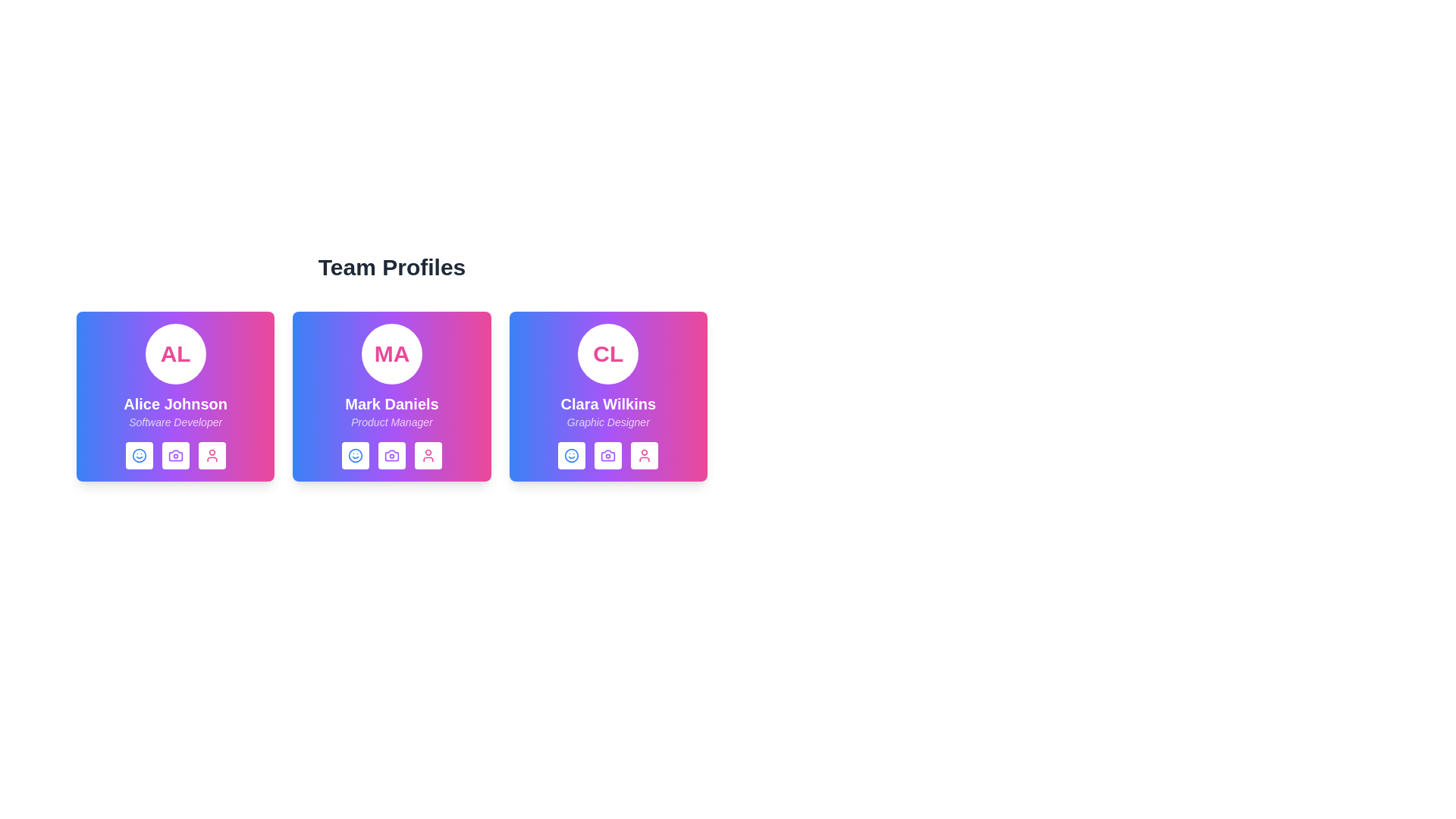  What do you see at coordinates (571, 455) in the screenshot?
I see `the button with a white background and blue smiling face icon located at the bottom-left corner of the card for 'Clara Wilkins'` at bounding box center [571, 455].